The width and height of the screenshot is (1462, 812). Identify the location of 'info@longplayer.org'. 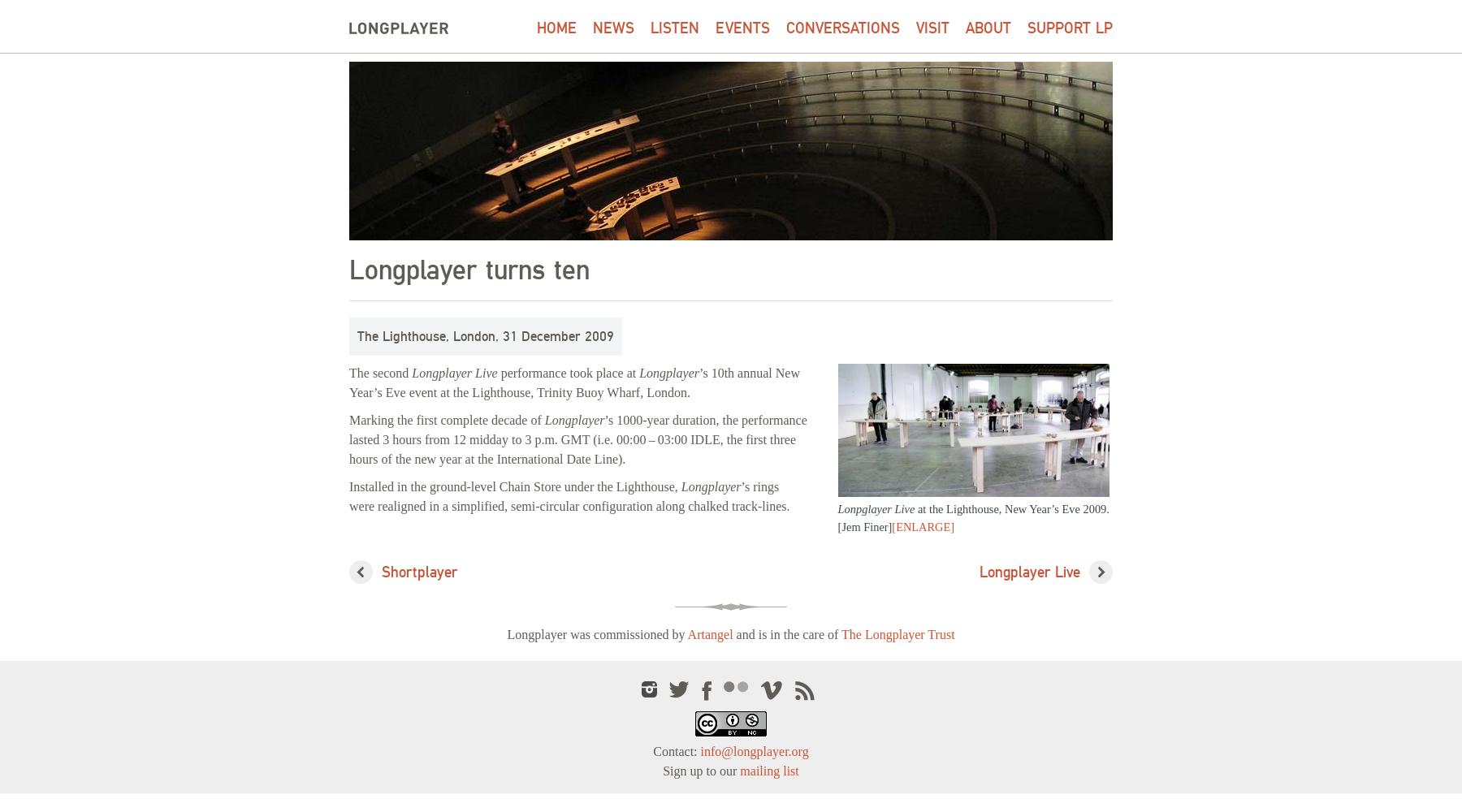
(753, 751).